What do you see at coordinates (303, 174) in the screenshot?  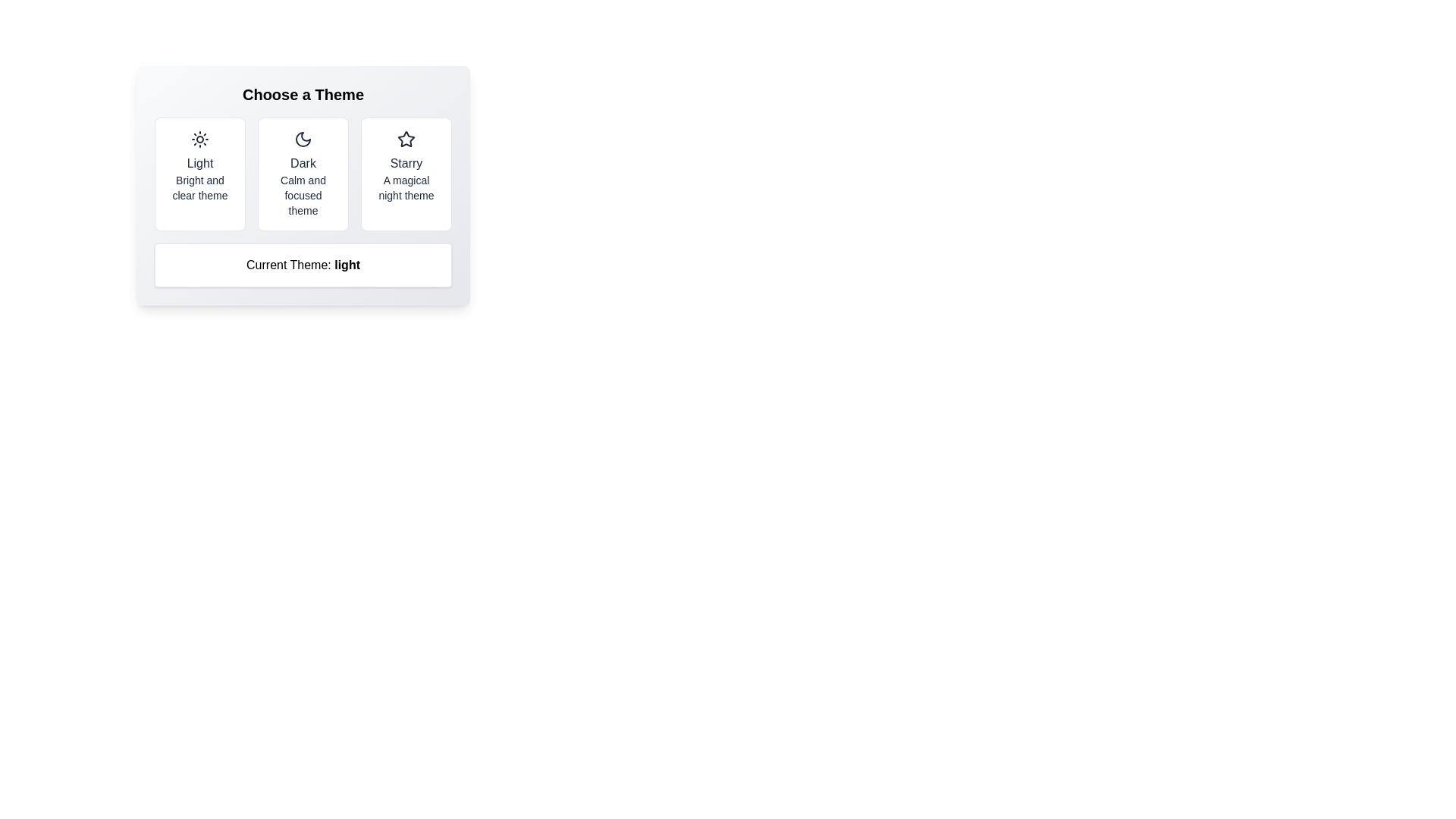 I see `the theme button corresponding to Dark` at bounding box center [303, 174].